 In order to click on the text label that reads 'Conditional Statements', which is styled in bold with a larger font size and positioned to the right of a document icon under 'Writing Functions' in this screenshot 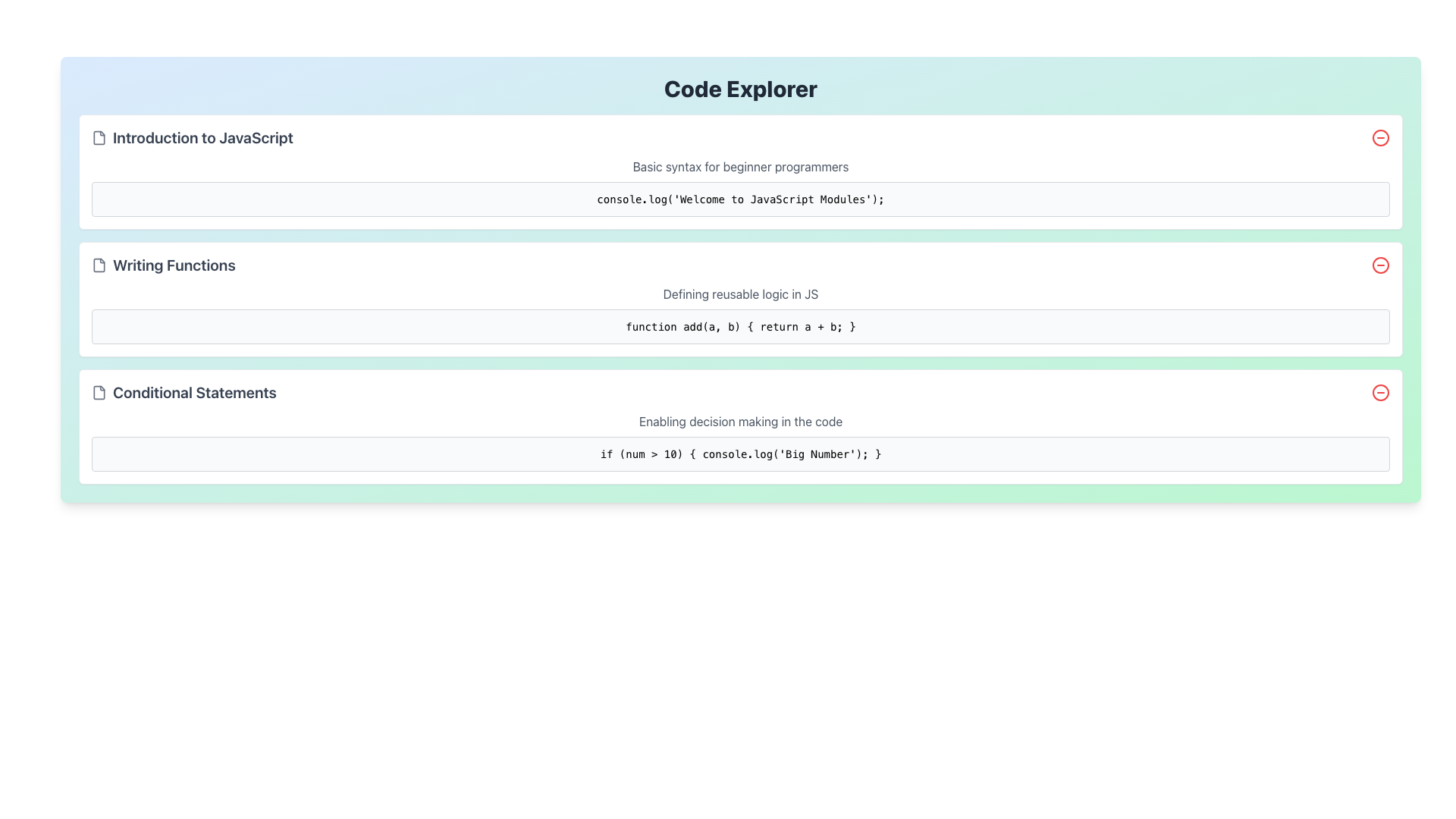, I will do `click(193, 391)`.